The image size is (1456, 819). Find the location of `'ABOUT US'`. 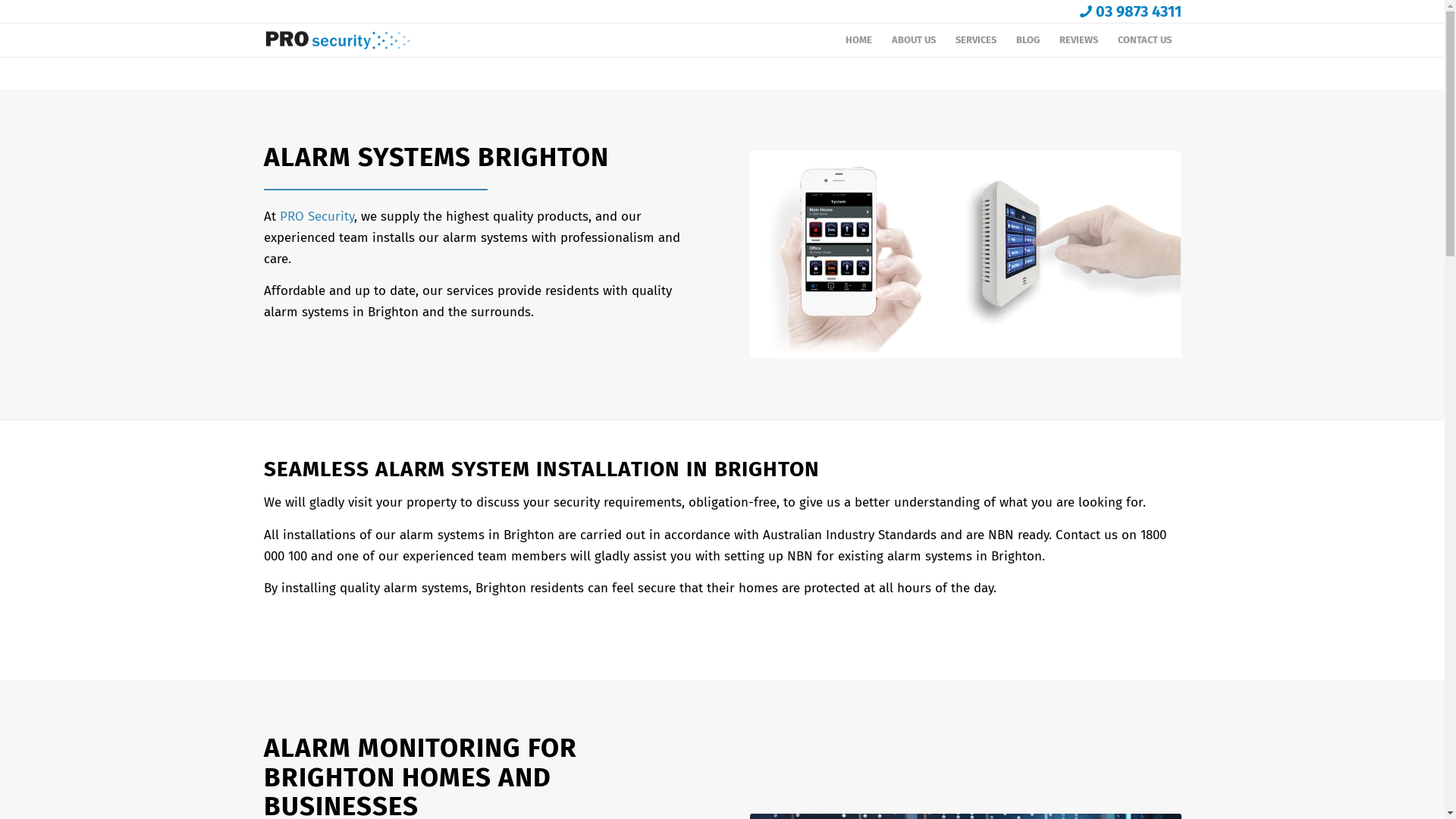

'ABOUT US' is located at coordinates (912, 39).